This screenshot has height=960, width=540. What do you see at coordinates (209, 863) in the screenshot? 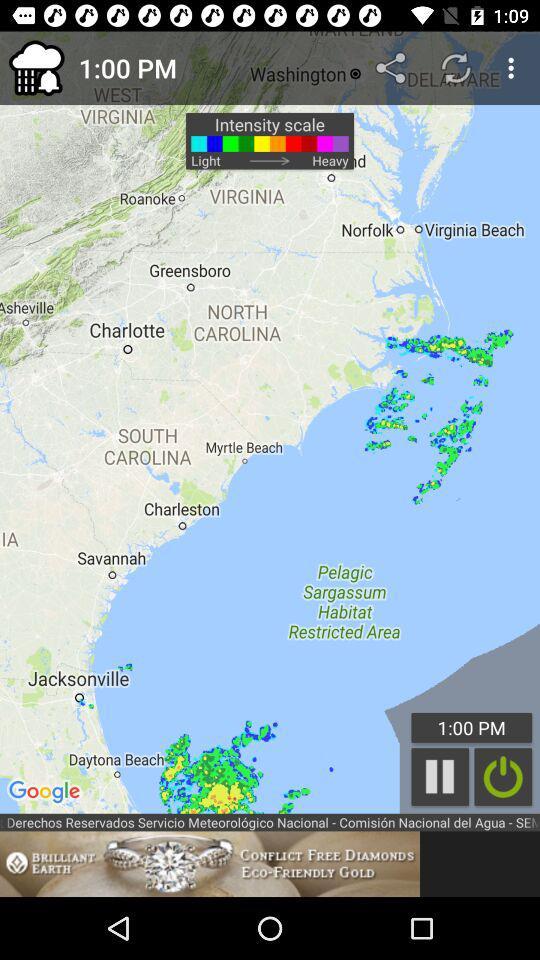
I see `open advertisement` at bounding box center [209, 863].